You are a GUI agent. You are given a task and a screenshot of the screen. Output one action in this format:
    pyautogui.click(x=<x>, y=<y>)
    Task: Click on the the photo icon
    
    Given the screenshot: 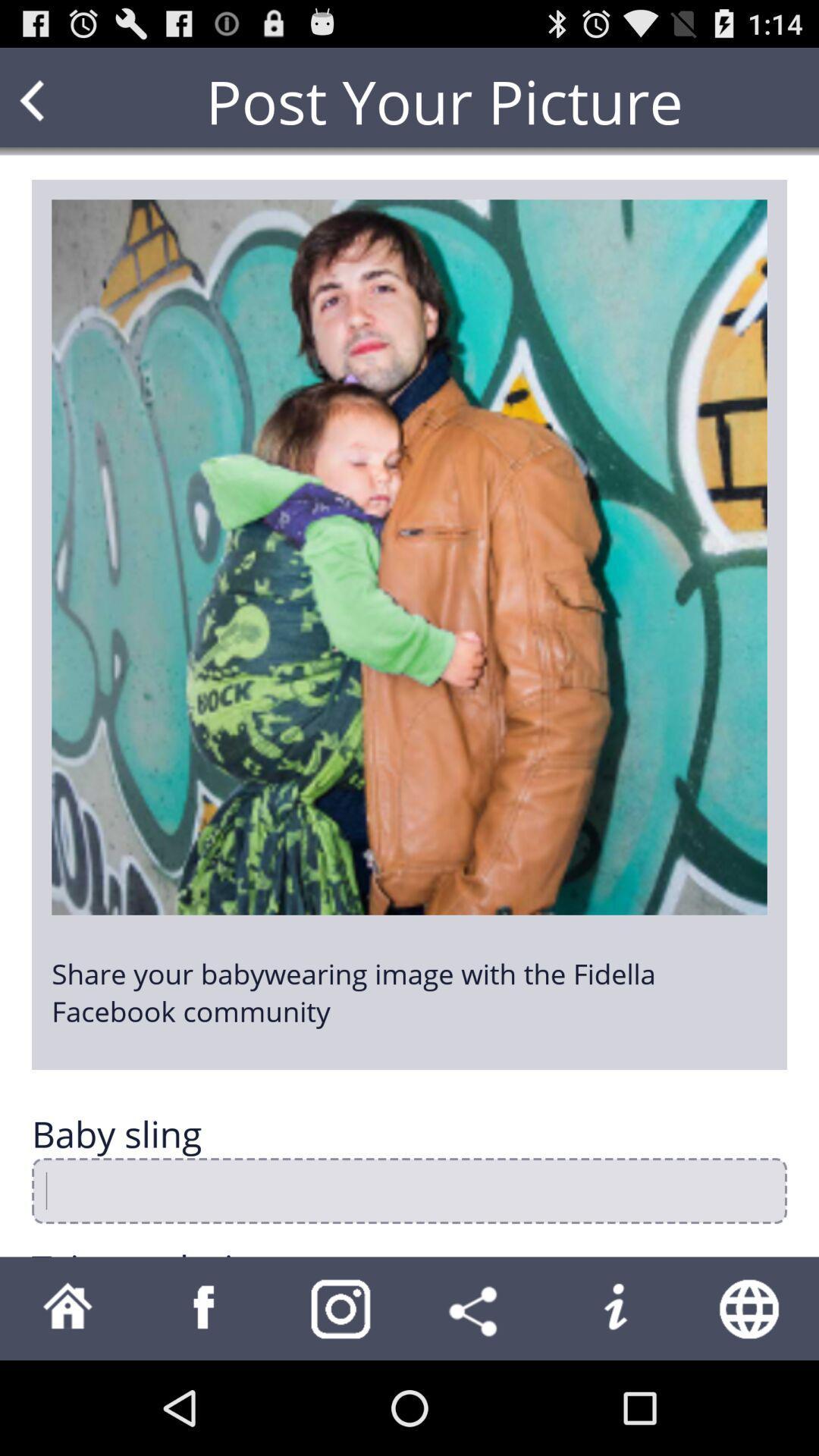 What is the action you would take?
    pyautogui.click(x=341, y=1400)
    